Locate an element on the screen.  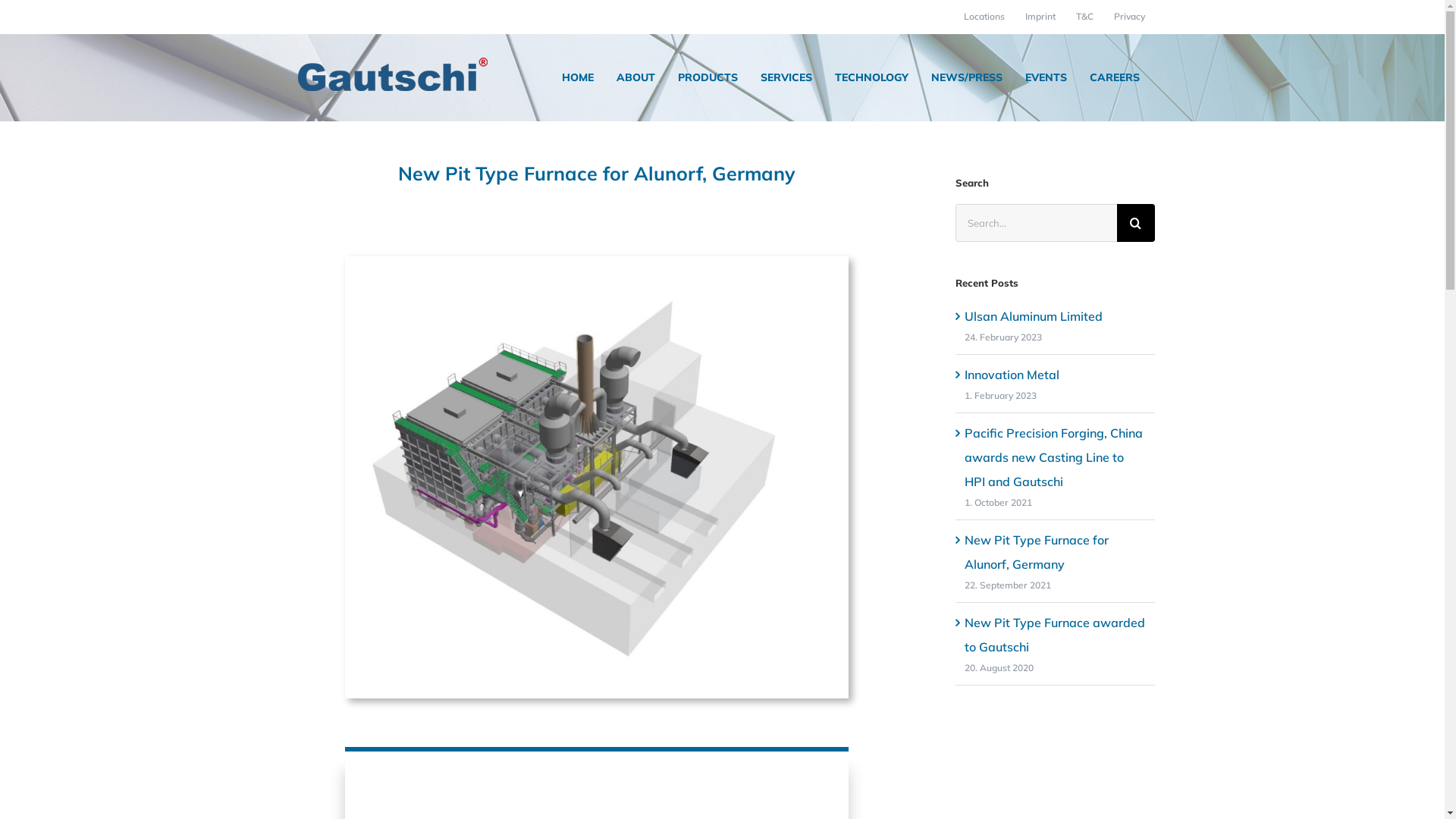
'TECHNOLOGY' is located at coordinates (871, 77).